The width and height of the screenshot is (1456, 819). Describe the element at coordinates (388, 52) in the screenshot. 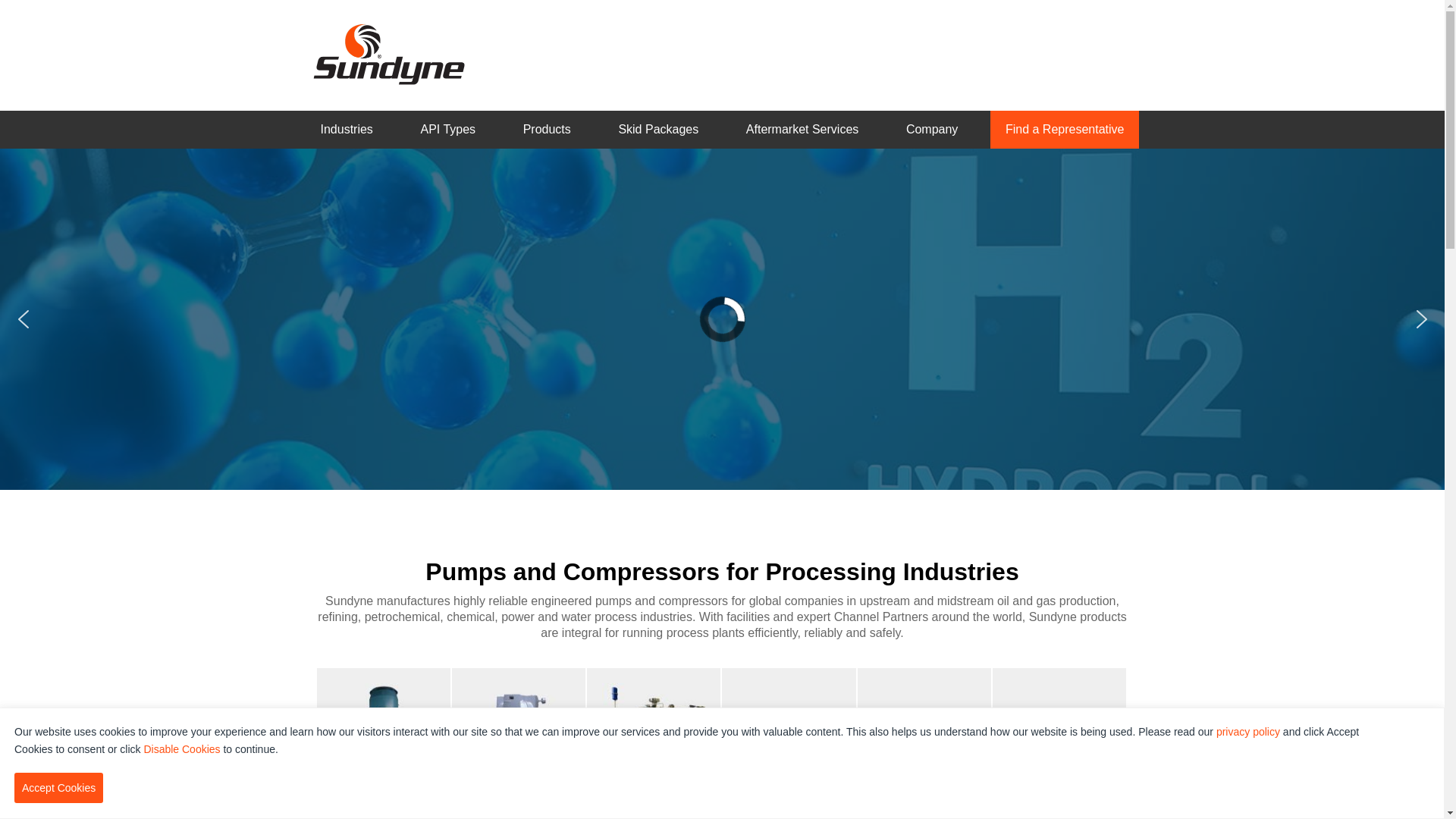

I see `'Sundyne'` at that location.